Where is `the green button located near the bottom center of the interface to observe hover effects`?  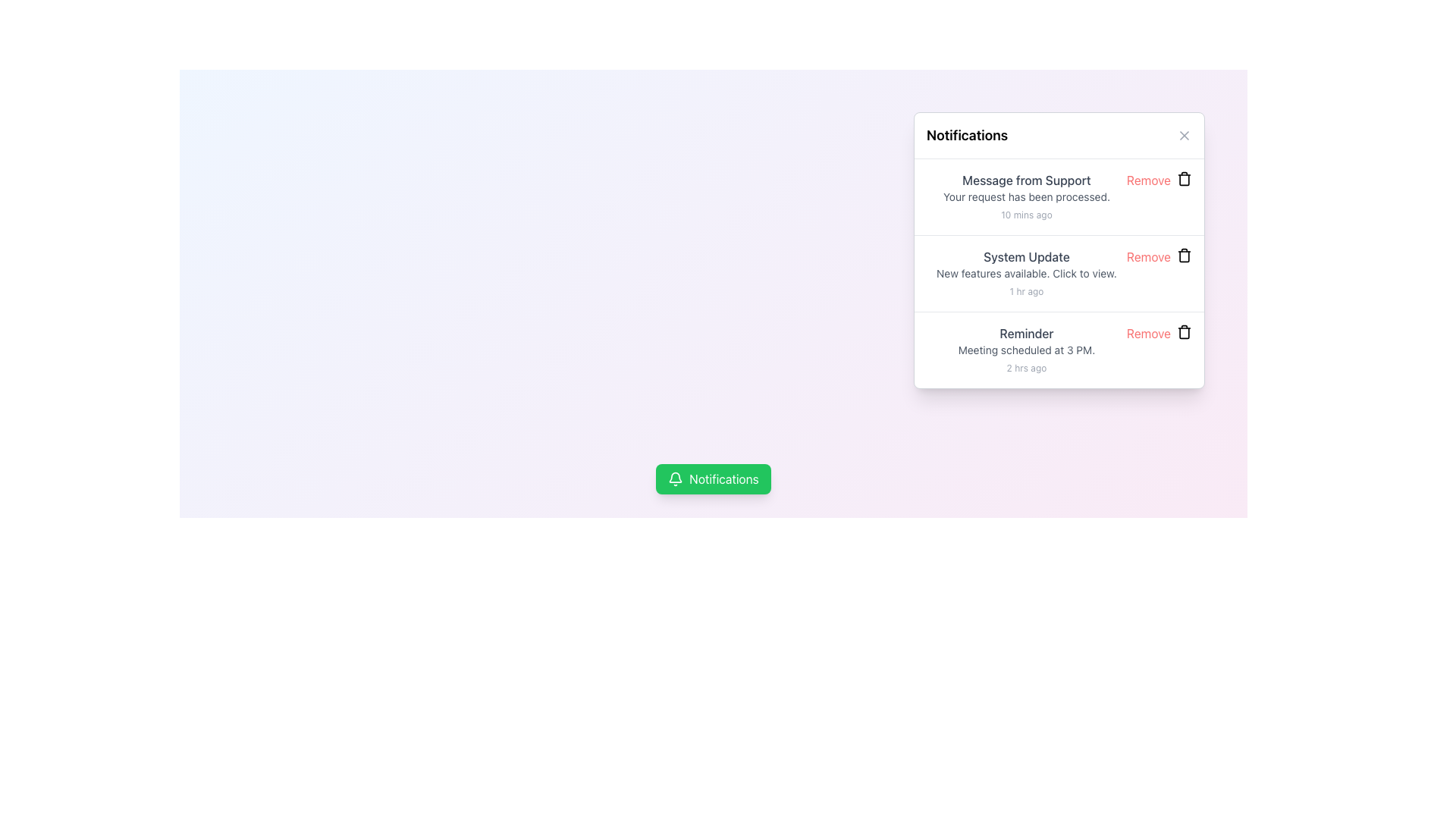
the green button located near the bottom center of the interface to observe hover effects is located at coordinates (712, 479).